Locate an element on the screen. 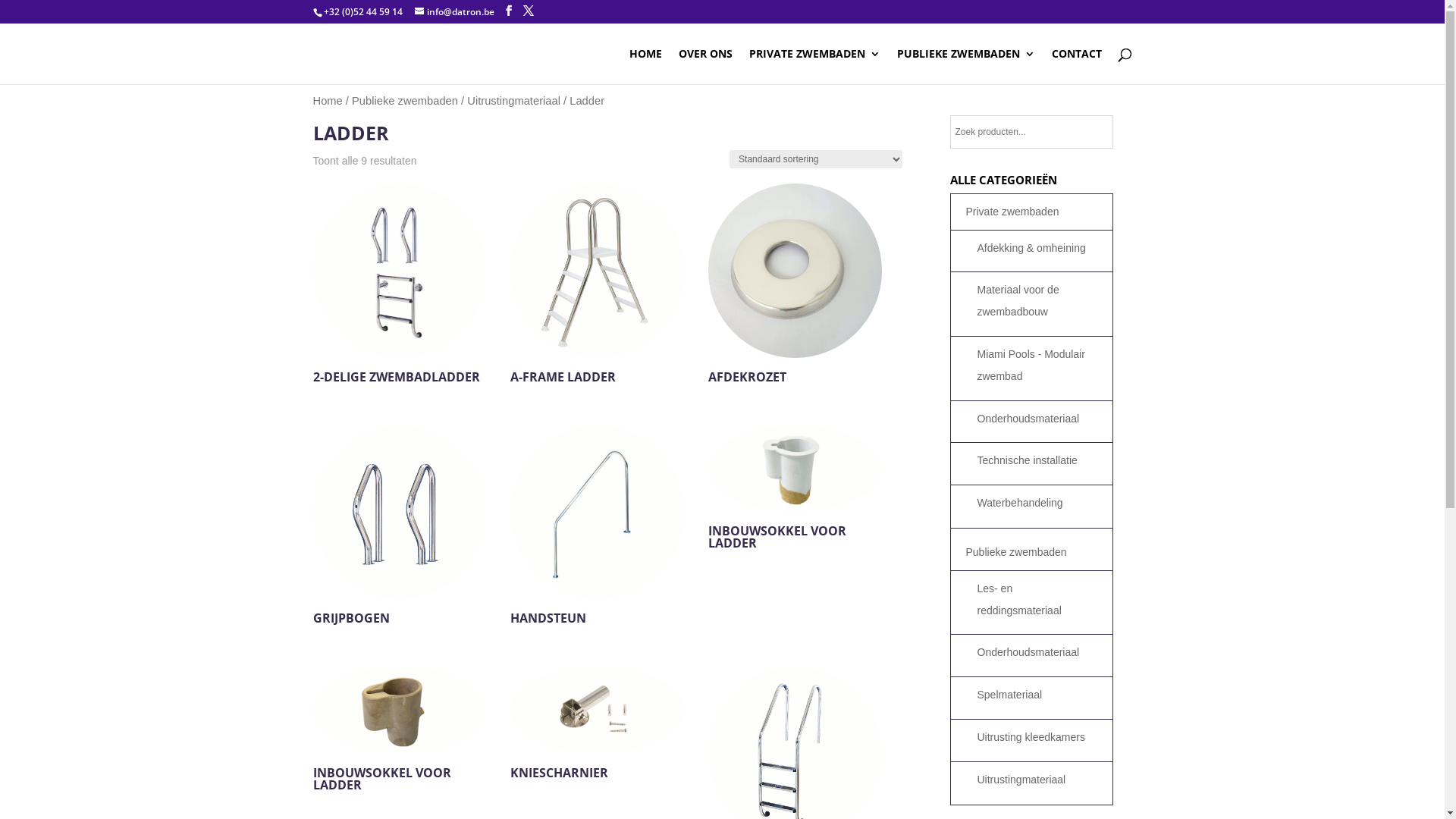  'PUBLIEKE ZWEMBADEN' is located at coordinates (964, 65).